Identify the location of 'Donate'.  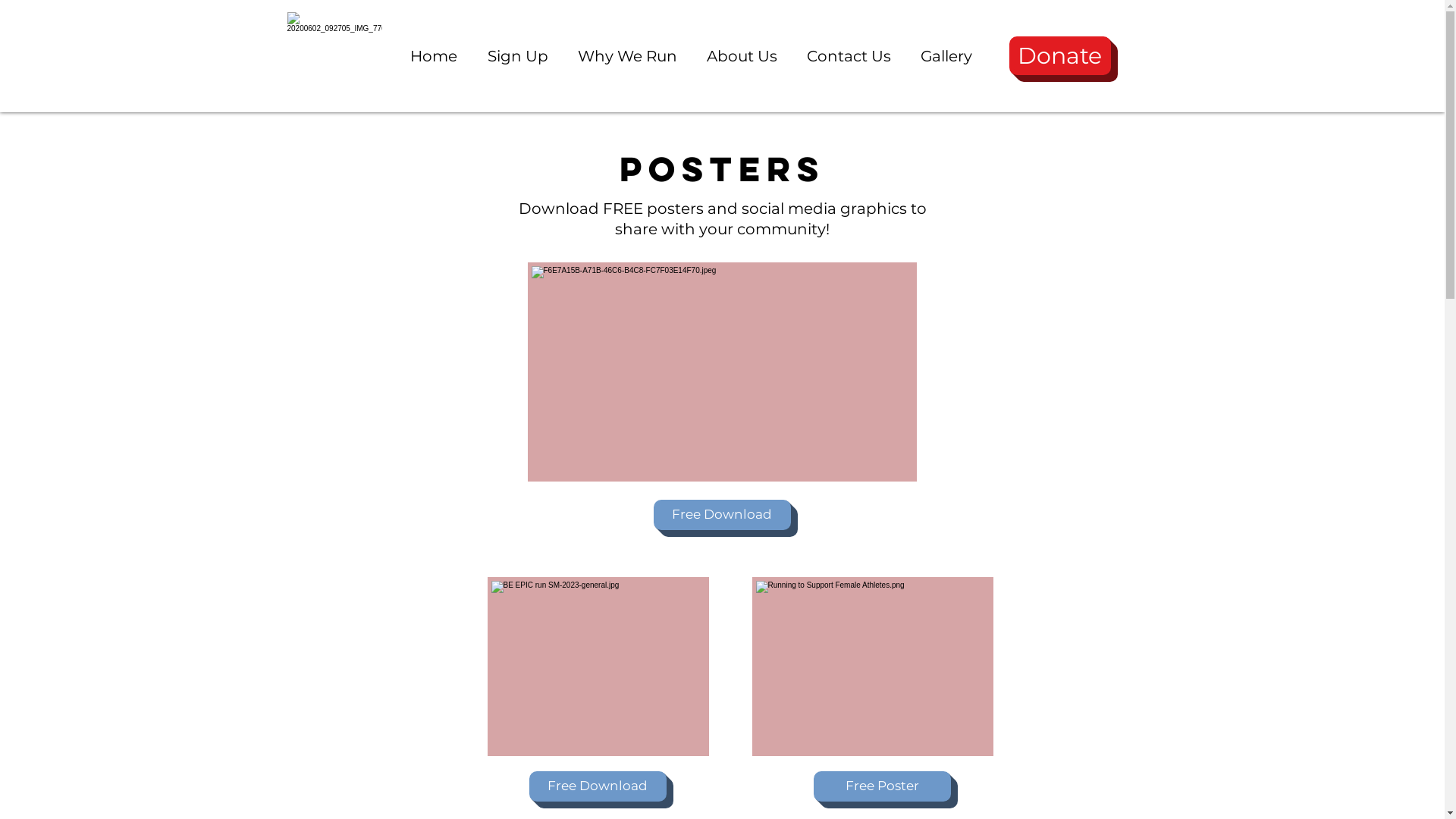
(1008, 55).